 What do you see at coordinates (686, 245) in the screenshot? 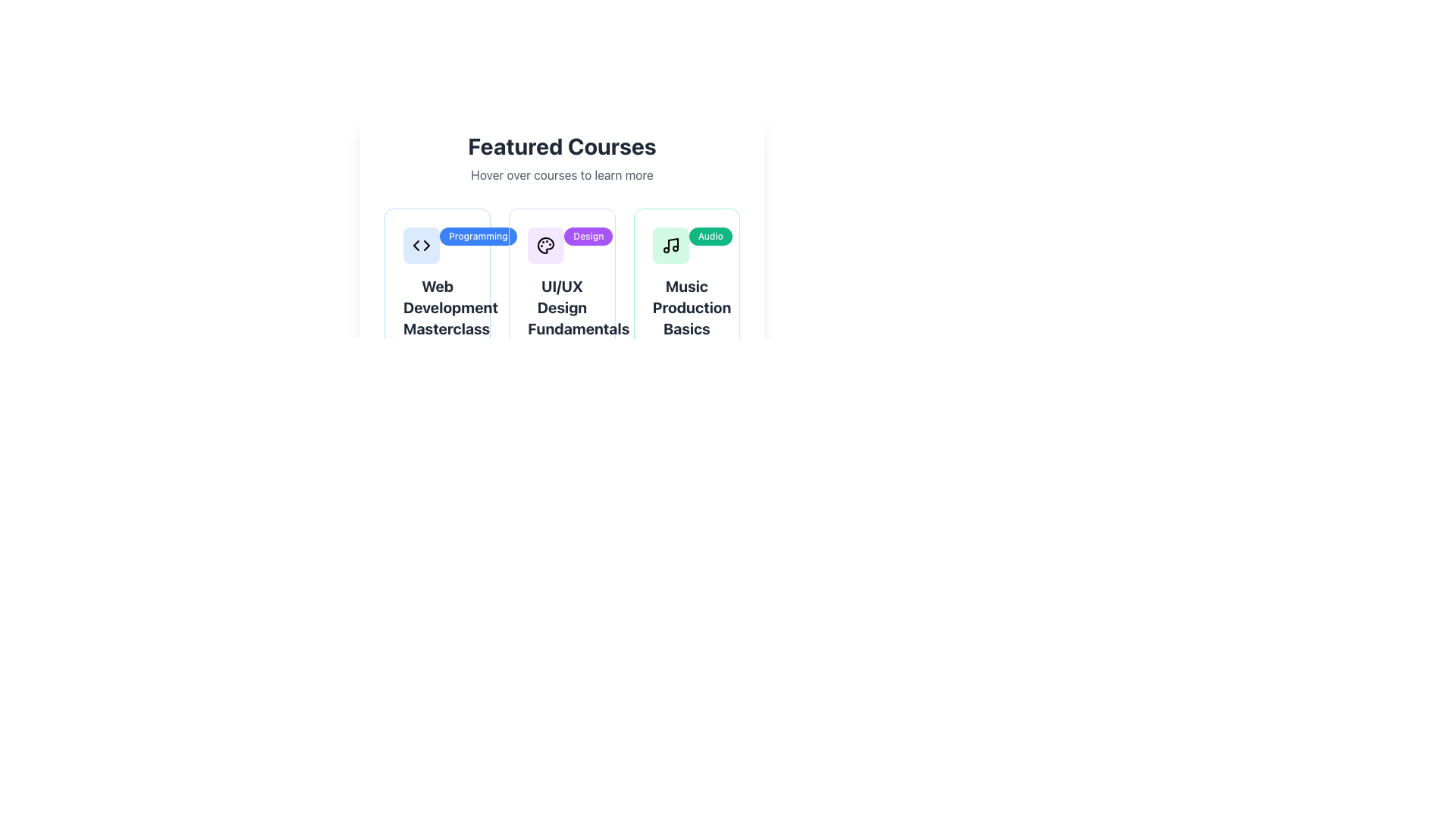
I see `the tagged label component with a musical note icon and the text 'Audio' on a light green background, located at the top-right corner of the 'Music Production Basics' course card` at bounding box center [686, 245].